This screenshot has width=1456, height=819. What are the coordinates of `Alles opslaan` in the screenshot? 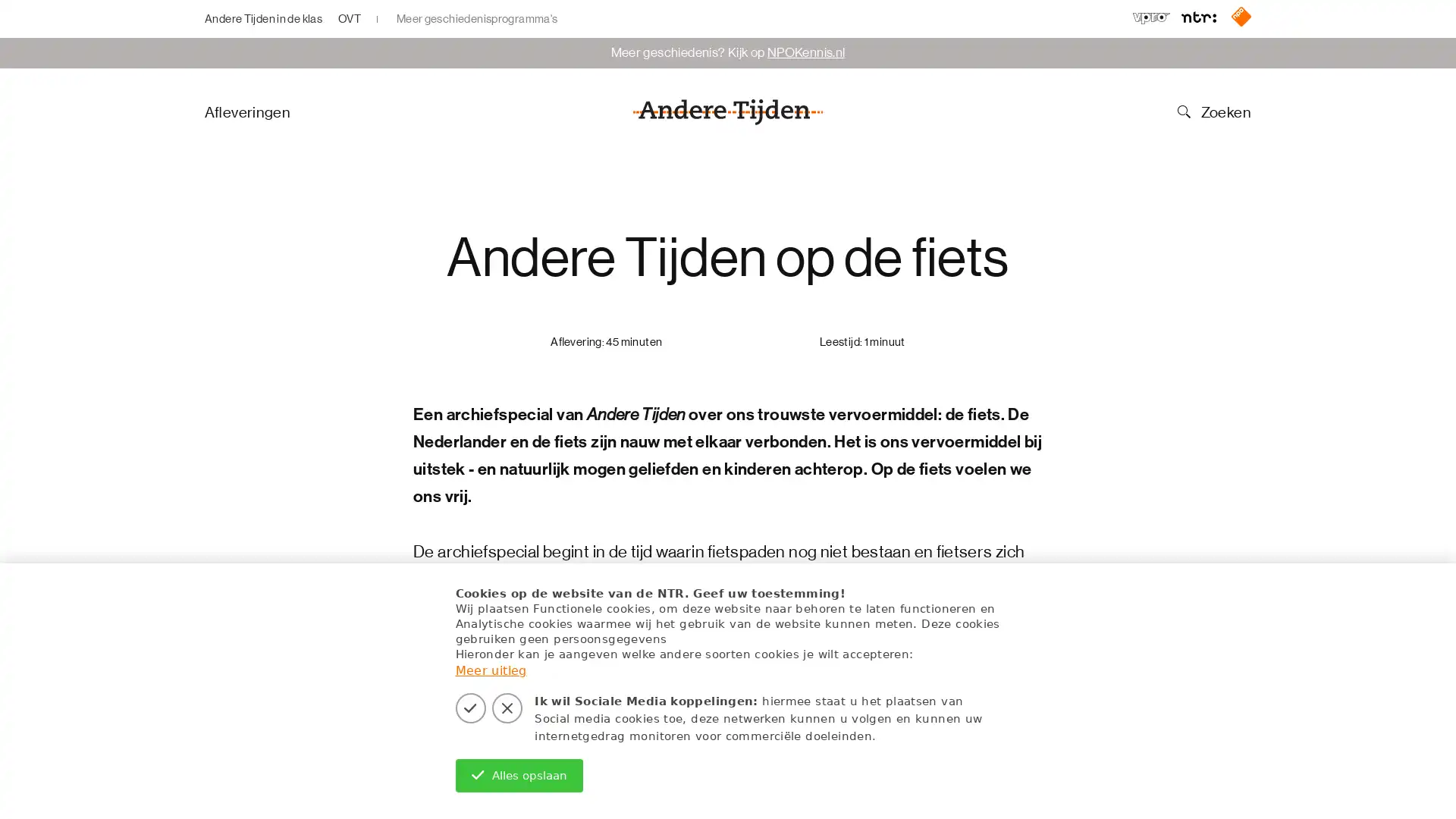 It's located at (519, 775).